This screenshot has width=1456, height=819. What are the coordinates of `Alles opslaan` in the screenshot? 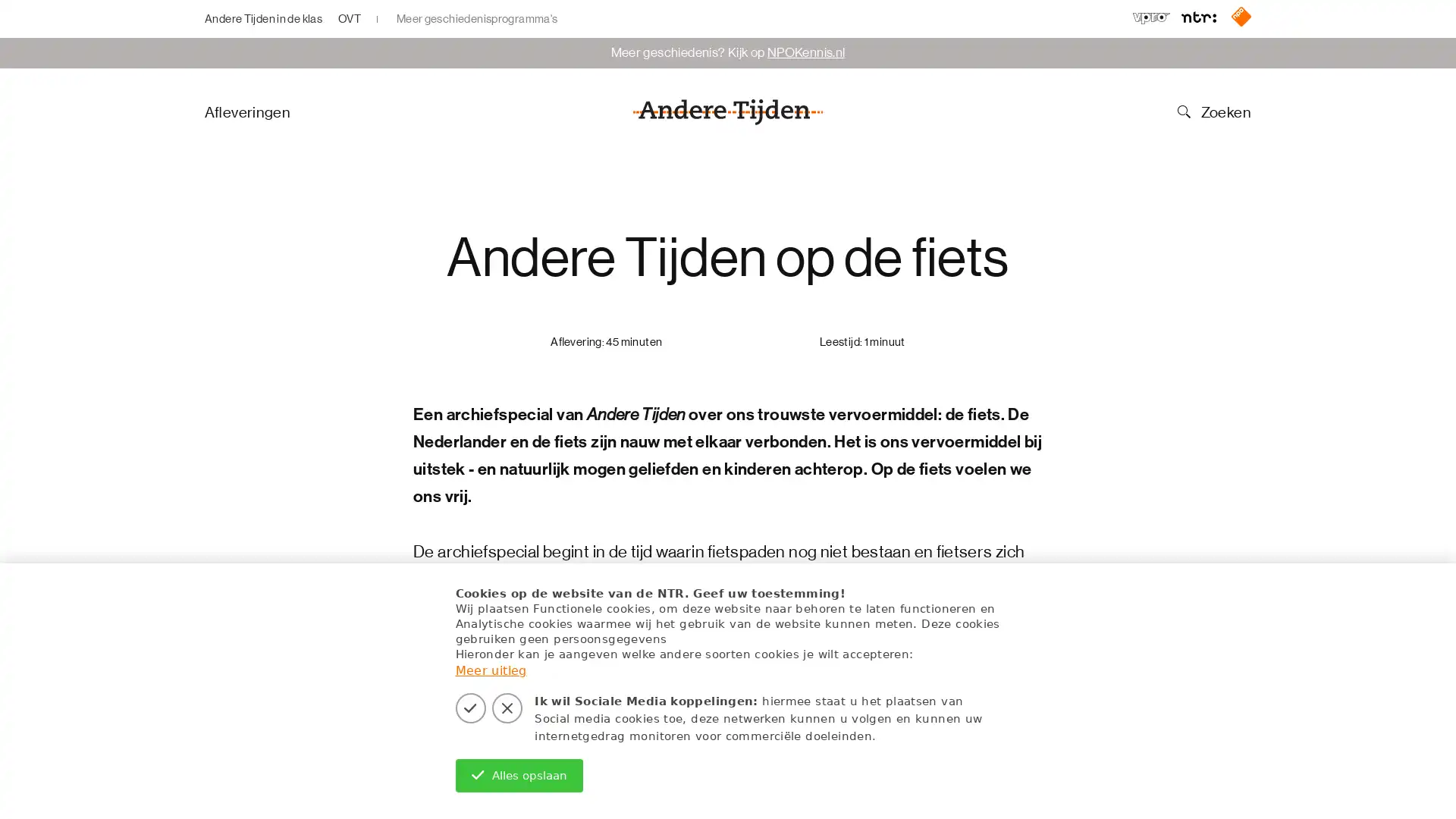 It's located at (519, 775).